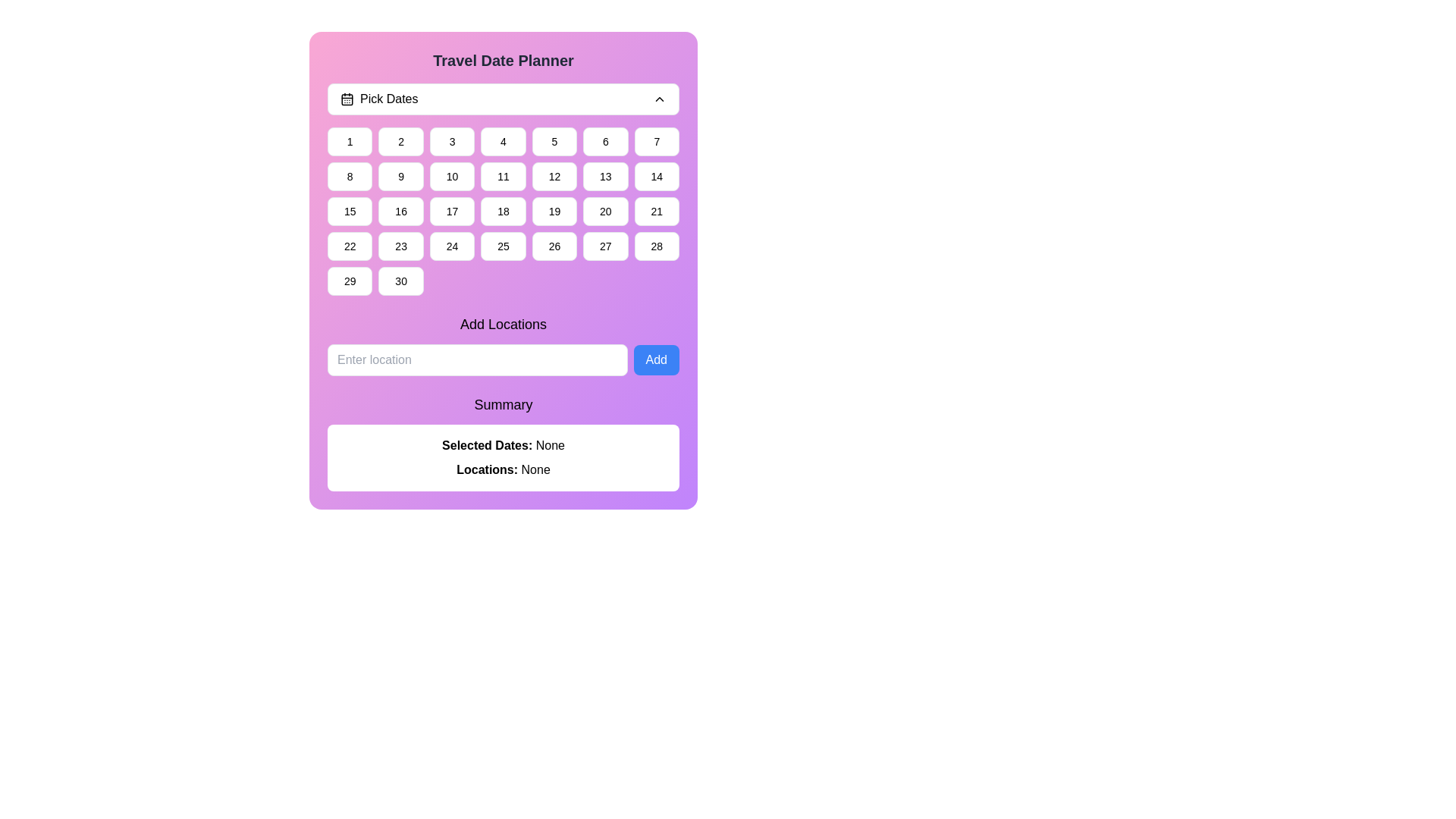 The width and height of the screenshot is (1456, 819). Describe the element at coordinates (346, 99) in the screenshot. I see `the small calendar icon with a black outline located to the left of the text 'Pick Dates' to interact with it` at that location.